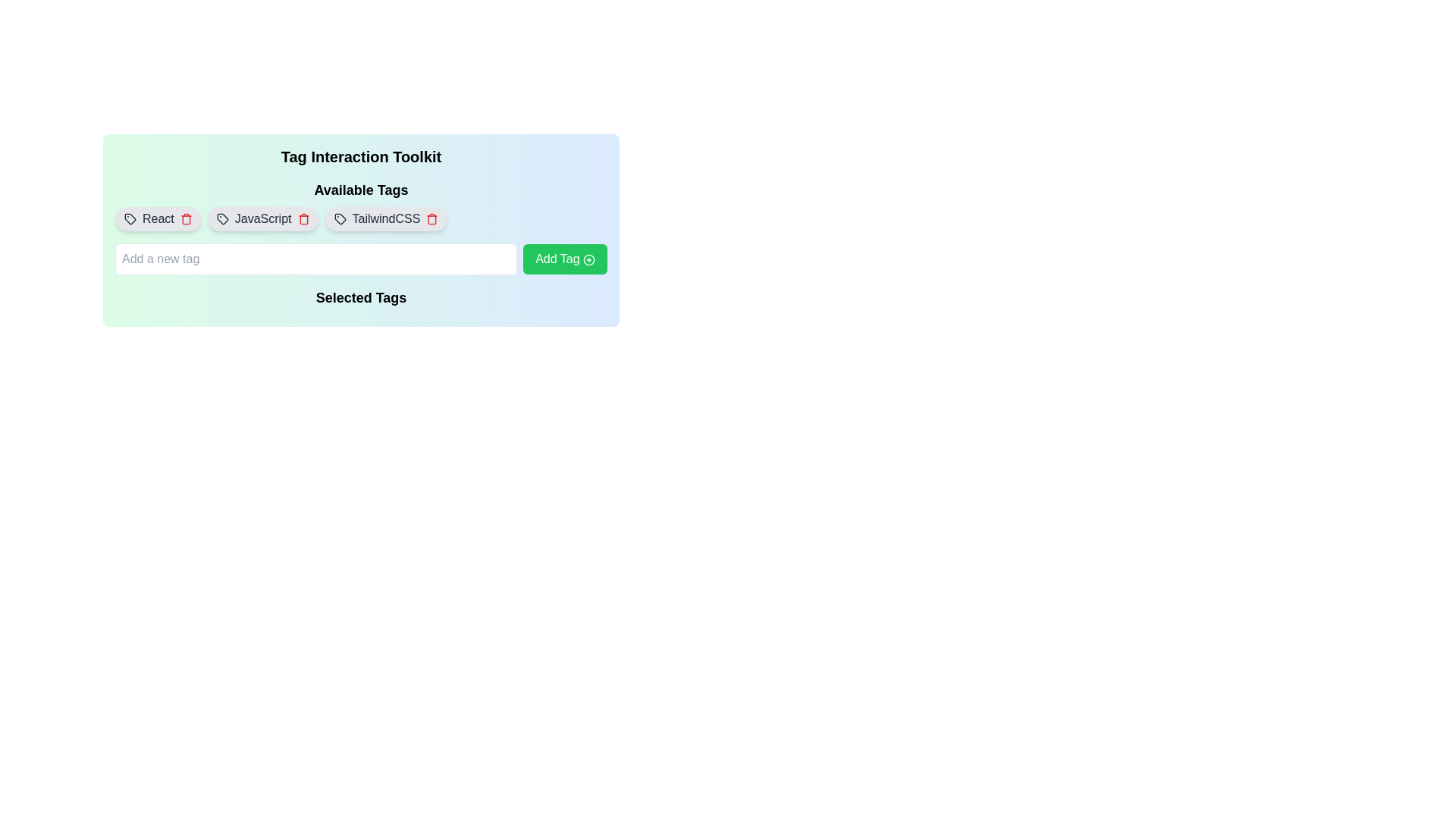  Describe the element at coordinates (185, 219) in the screenshot. I see `the red trash icon located on the right side of the 'React' tag in the 'Available Tags' section` at that location.